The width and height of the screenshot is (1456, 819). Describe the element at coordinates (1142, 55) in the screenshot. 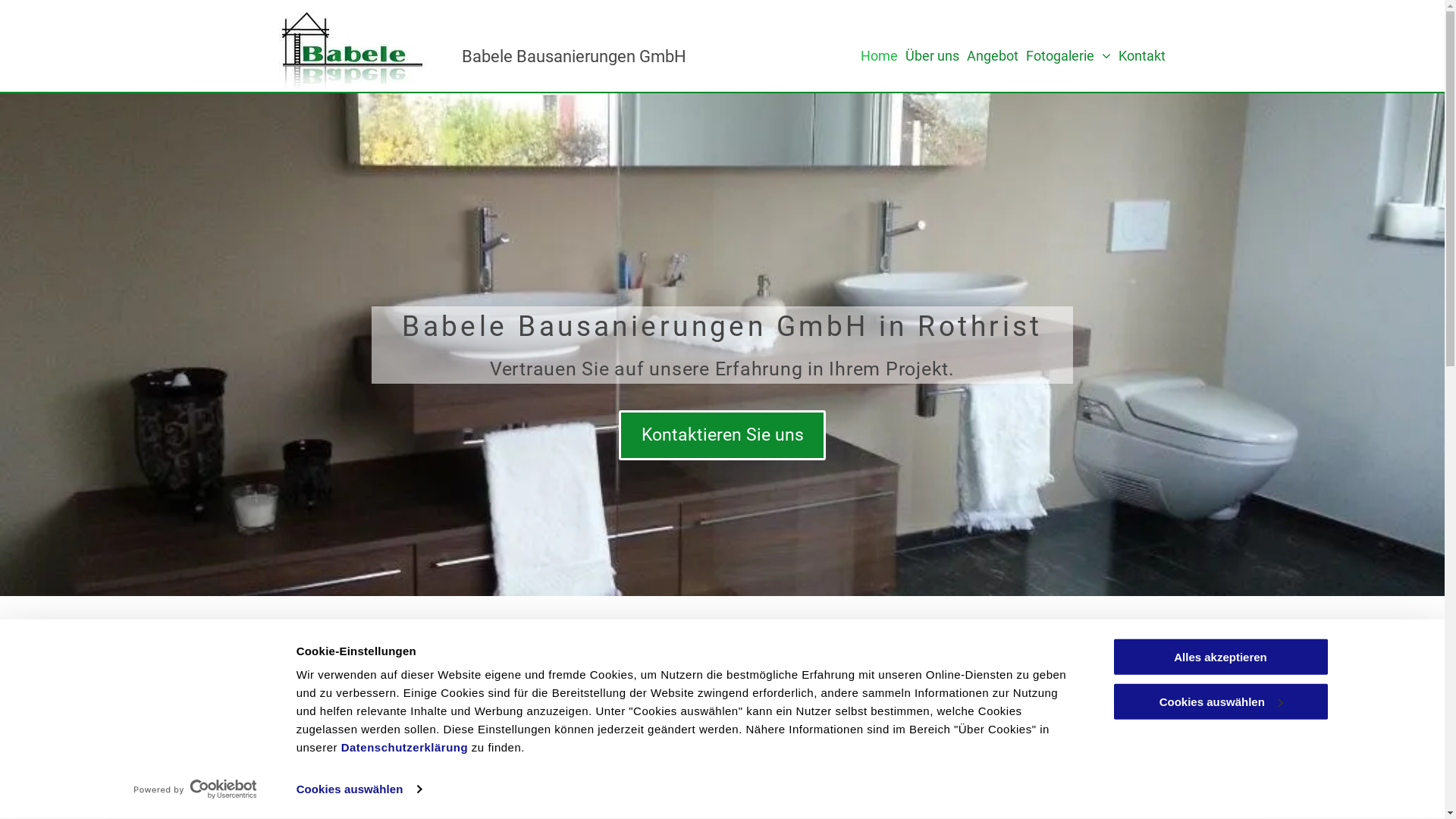

I see `'Kontakt'` at that location.